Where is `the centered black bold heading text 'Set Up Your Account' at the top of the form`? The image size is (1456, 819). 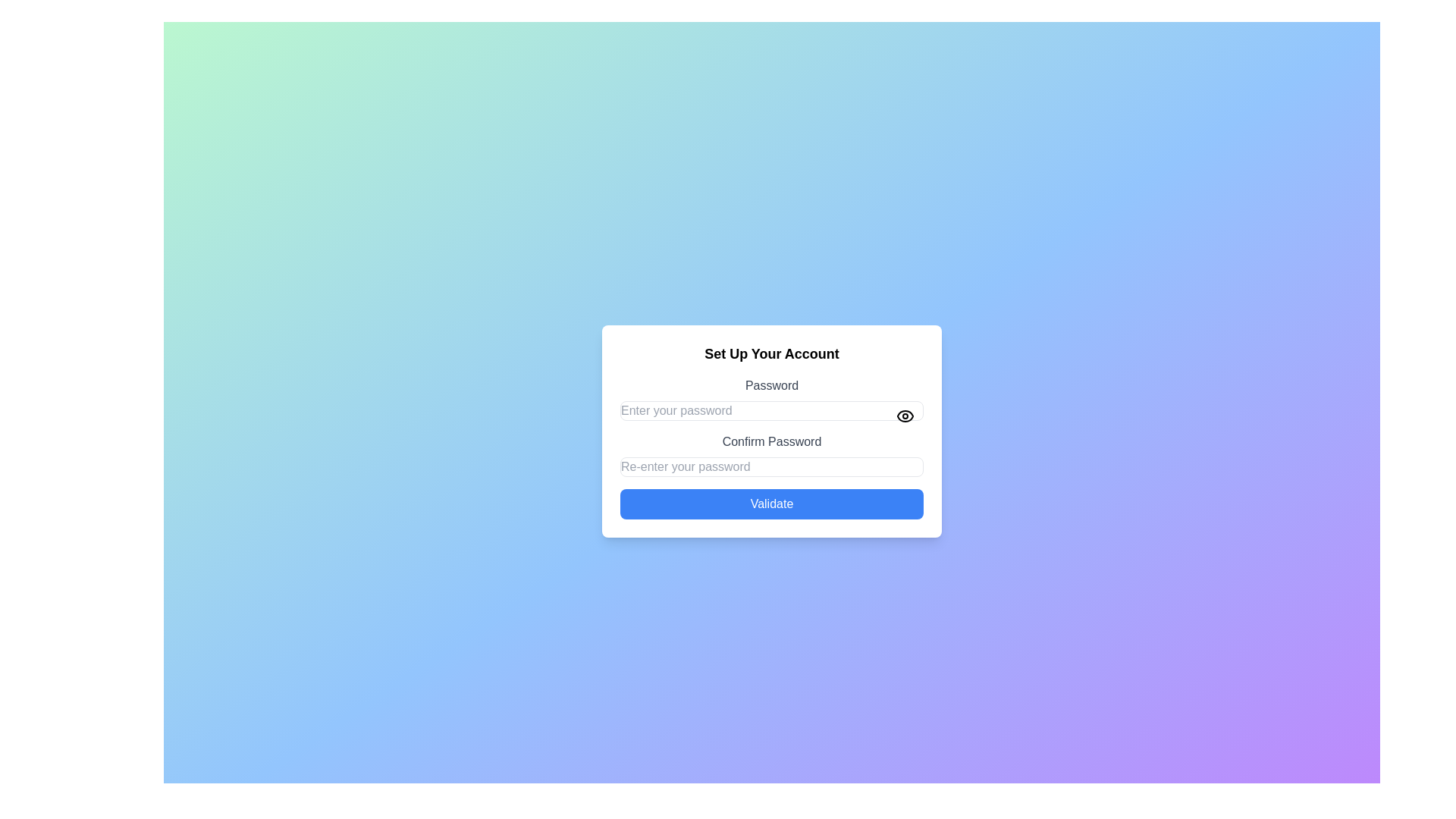 the centered black bold heading text 'Set Up Your Account' at the top of the form is located at coordinates (771, 353).